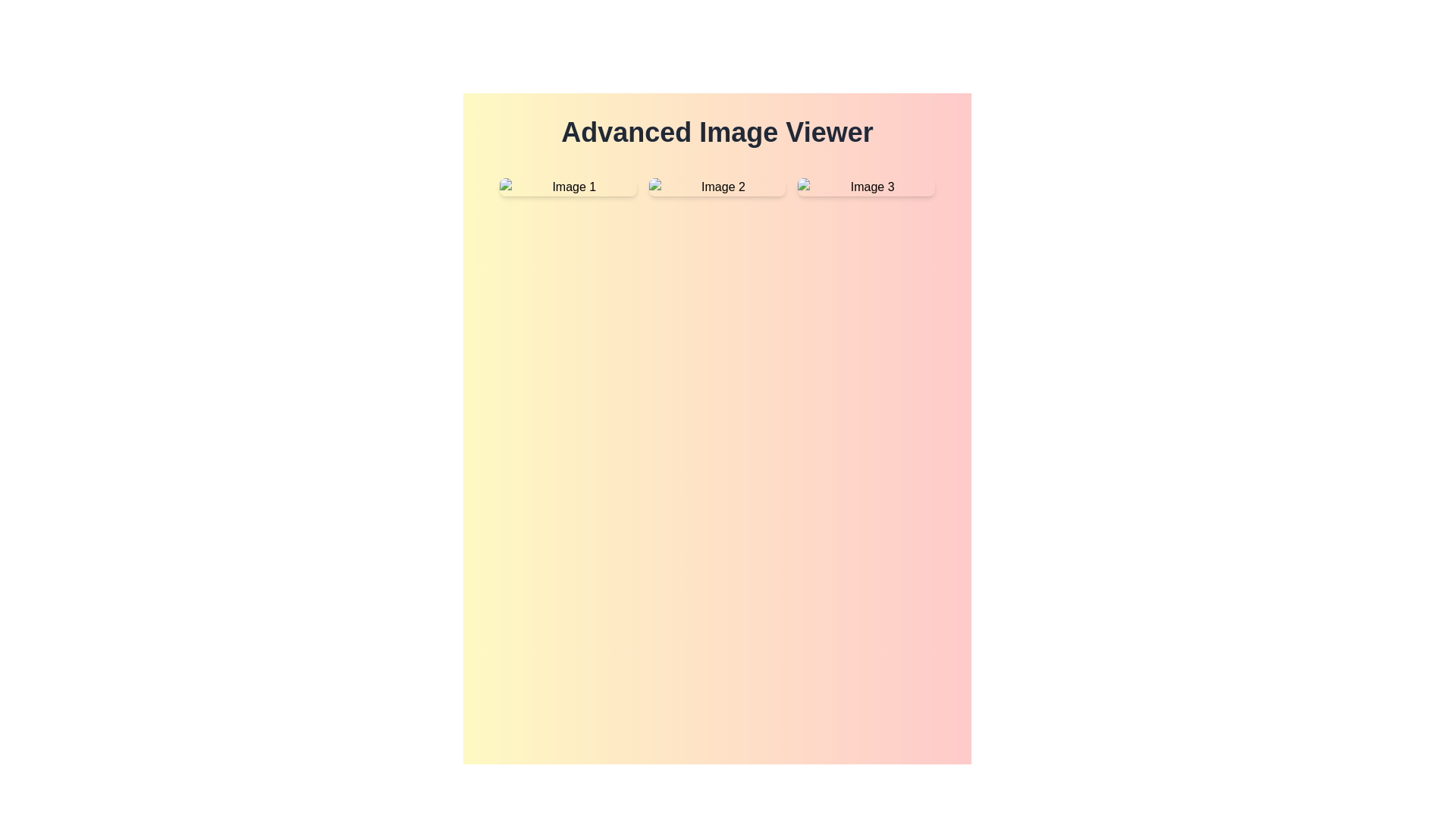 Image resolution: width=1456 pixels, height=819 pixels. I want to click on title text element that serves as a heading for the webpage, positioned centrally above the grid section, so click(716, 131).